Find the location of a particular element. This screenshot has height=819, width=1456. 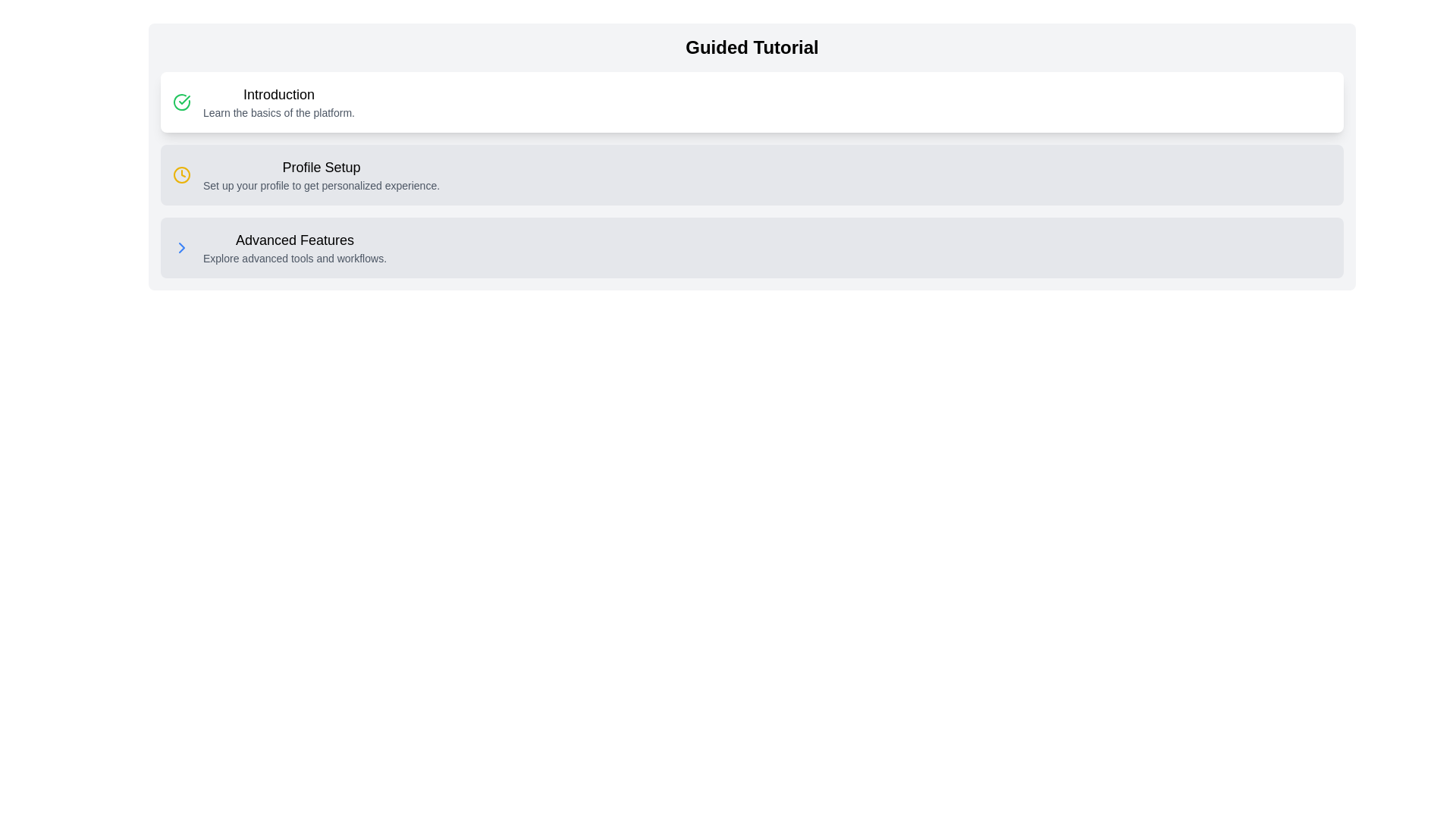

the clickable card located in the bottom section of the tutorial steps, under the titles 'Introduction' and 'Profile Setup' is located at coordinates (752, 247).